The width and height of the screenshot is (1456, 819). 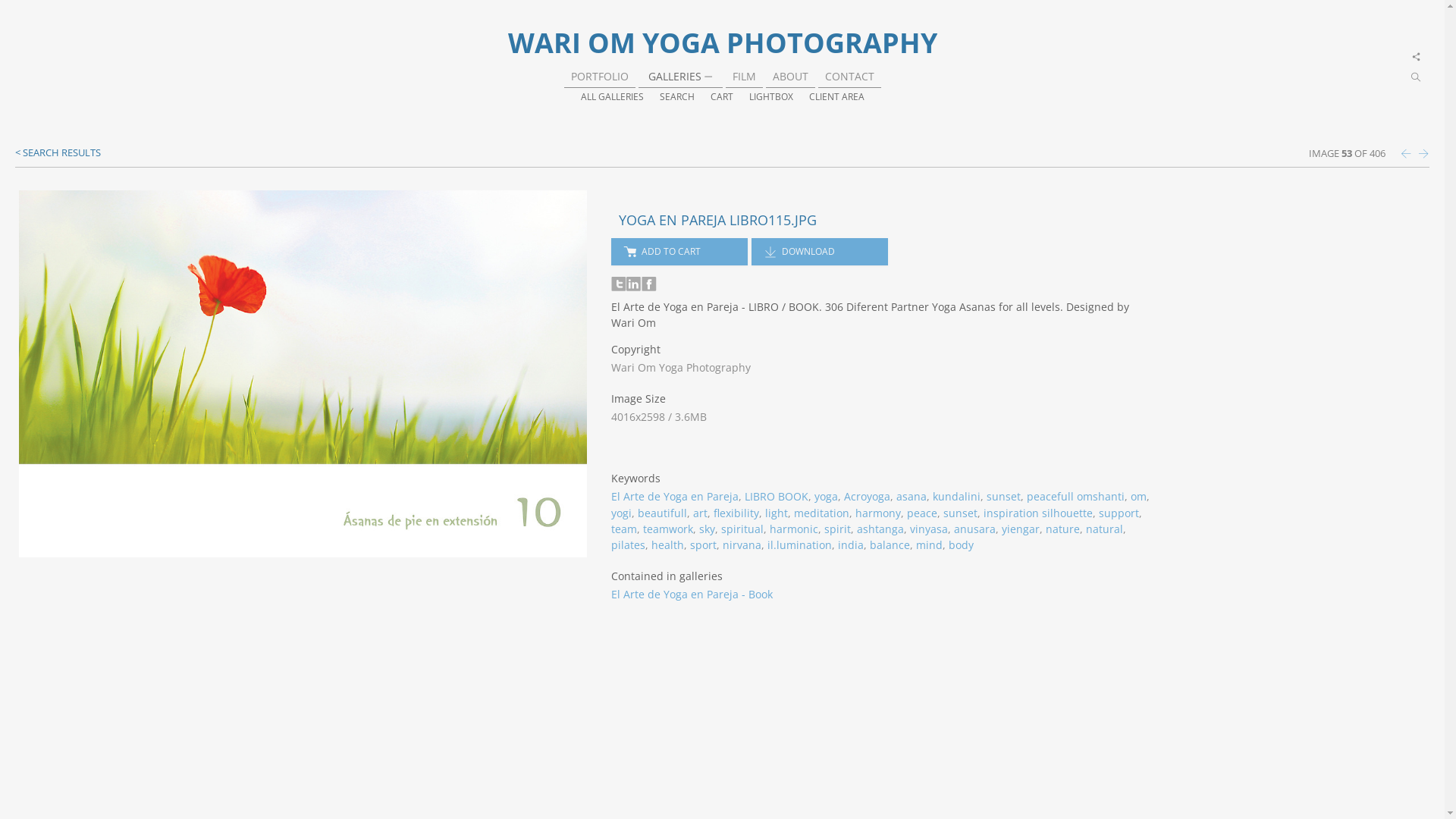 What do you see at coordinates (771, 96) in the screenshot?
I see `'LIGHTBOX'` at bounding box center [771, 96].